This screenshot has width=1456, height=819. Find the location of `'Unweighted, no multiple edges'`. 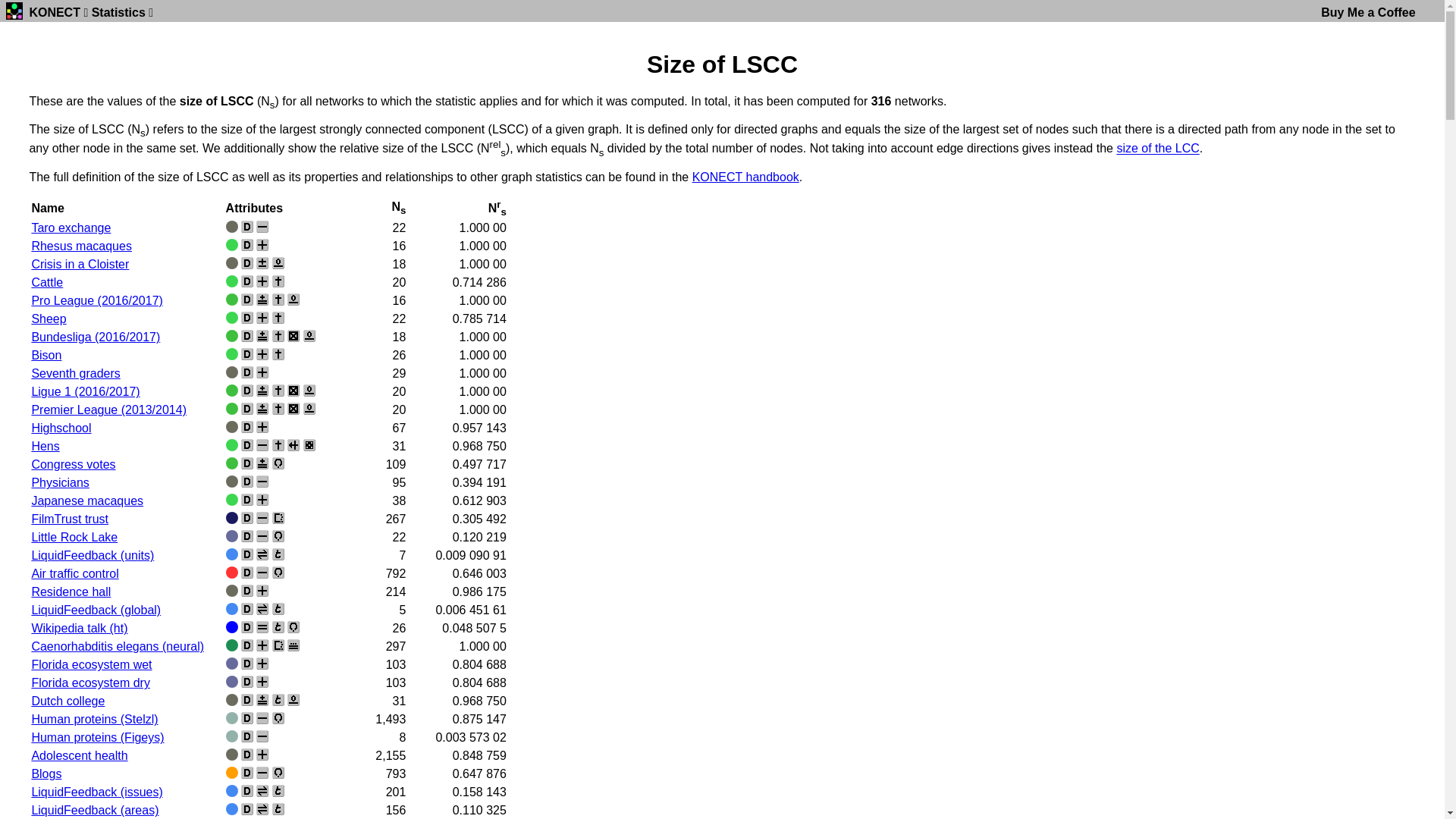

'Unweighted, no multiple edges' is located at coordinates (262, 227).